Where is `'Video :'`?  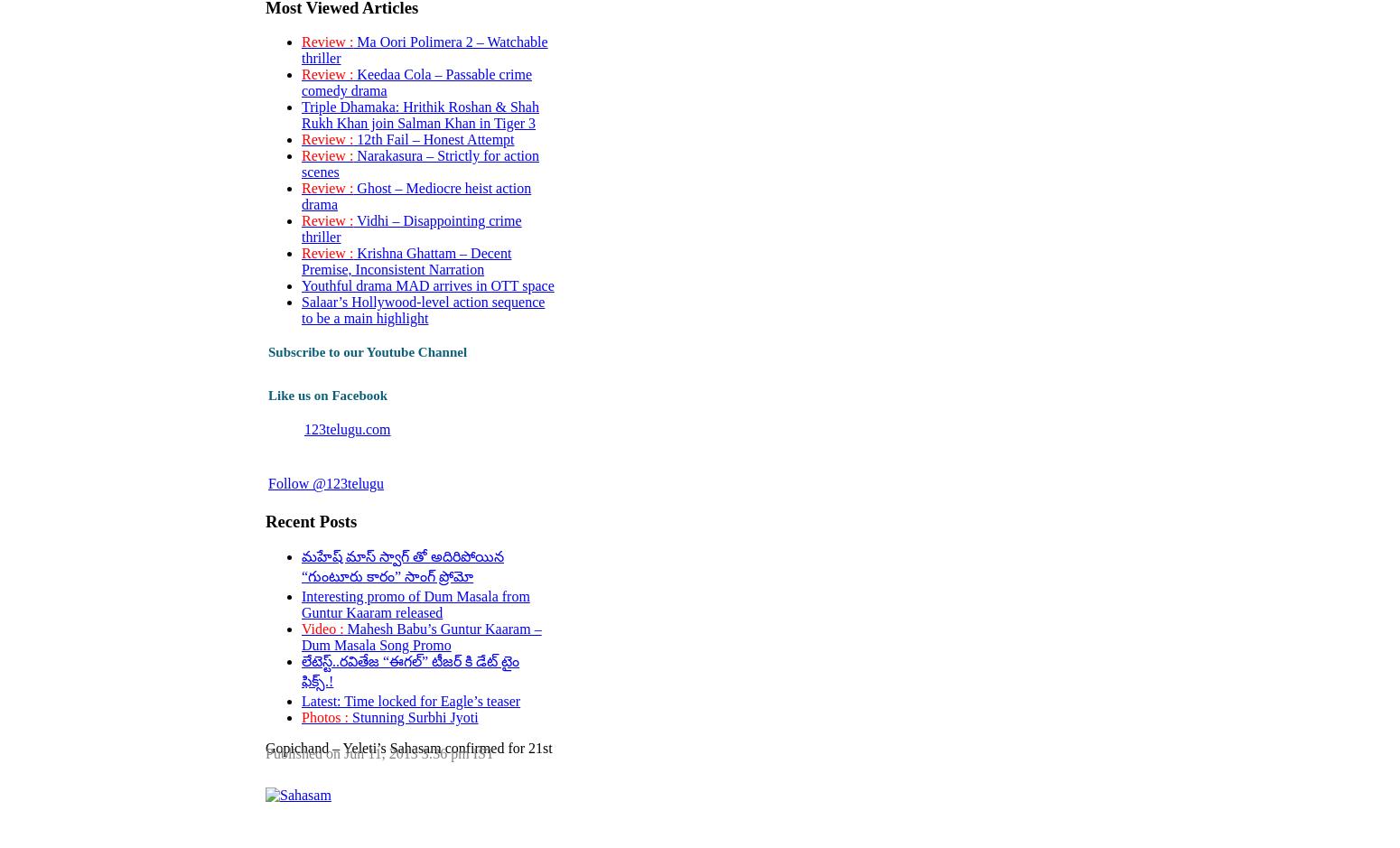
'Video :' is located at coordinates (321, 627).